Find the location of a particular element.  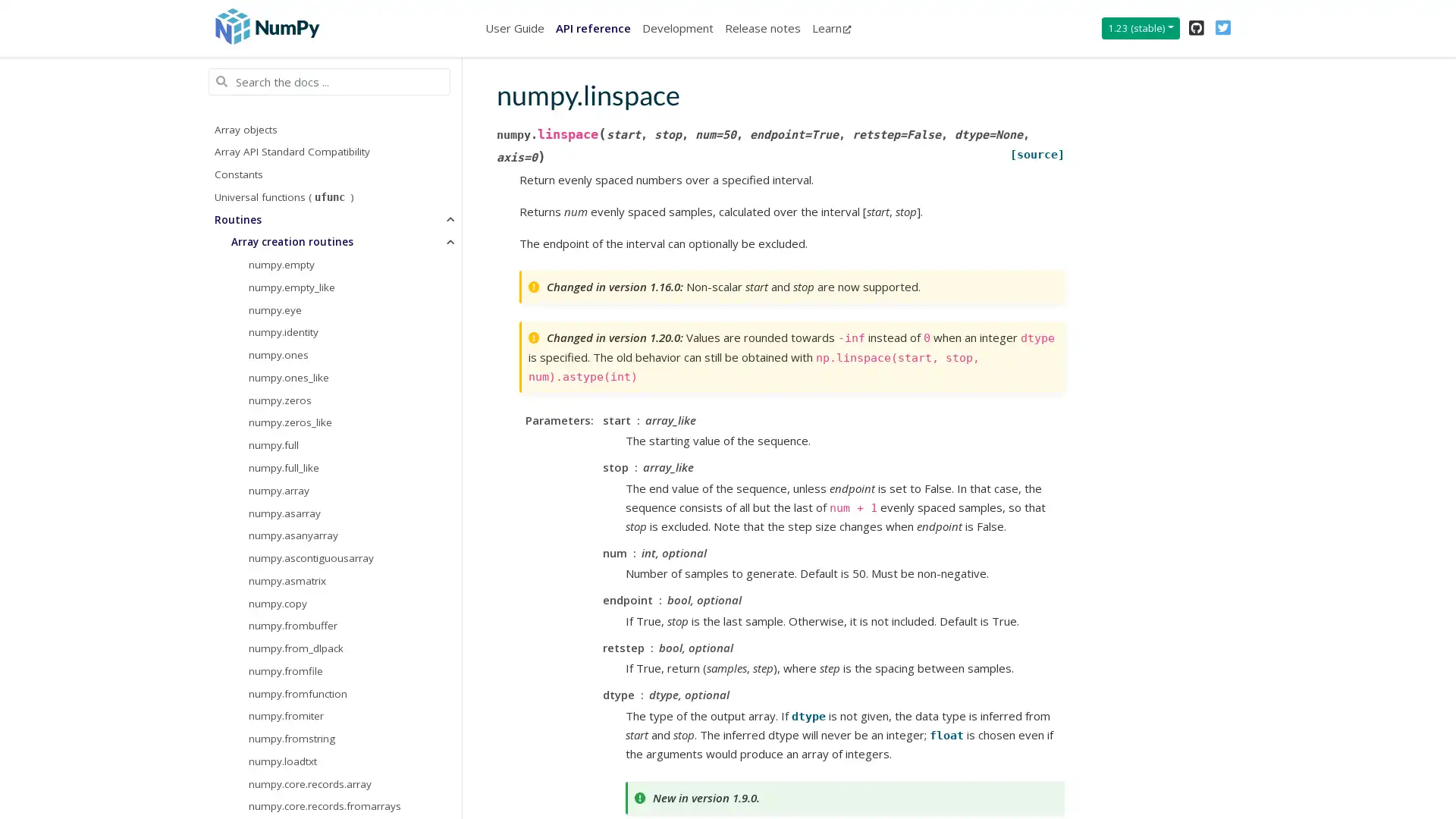

1.23 (stable) is located at coordinates (1140, 28).